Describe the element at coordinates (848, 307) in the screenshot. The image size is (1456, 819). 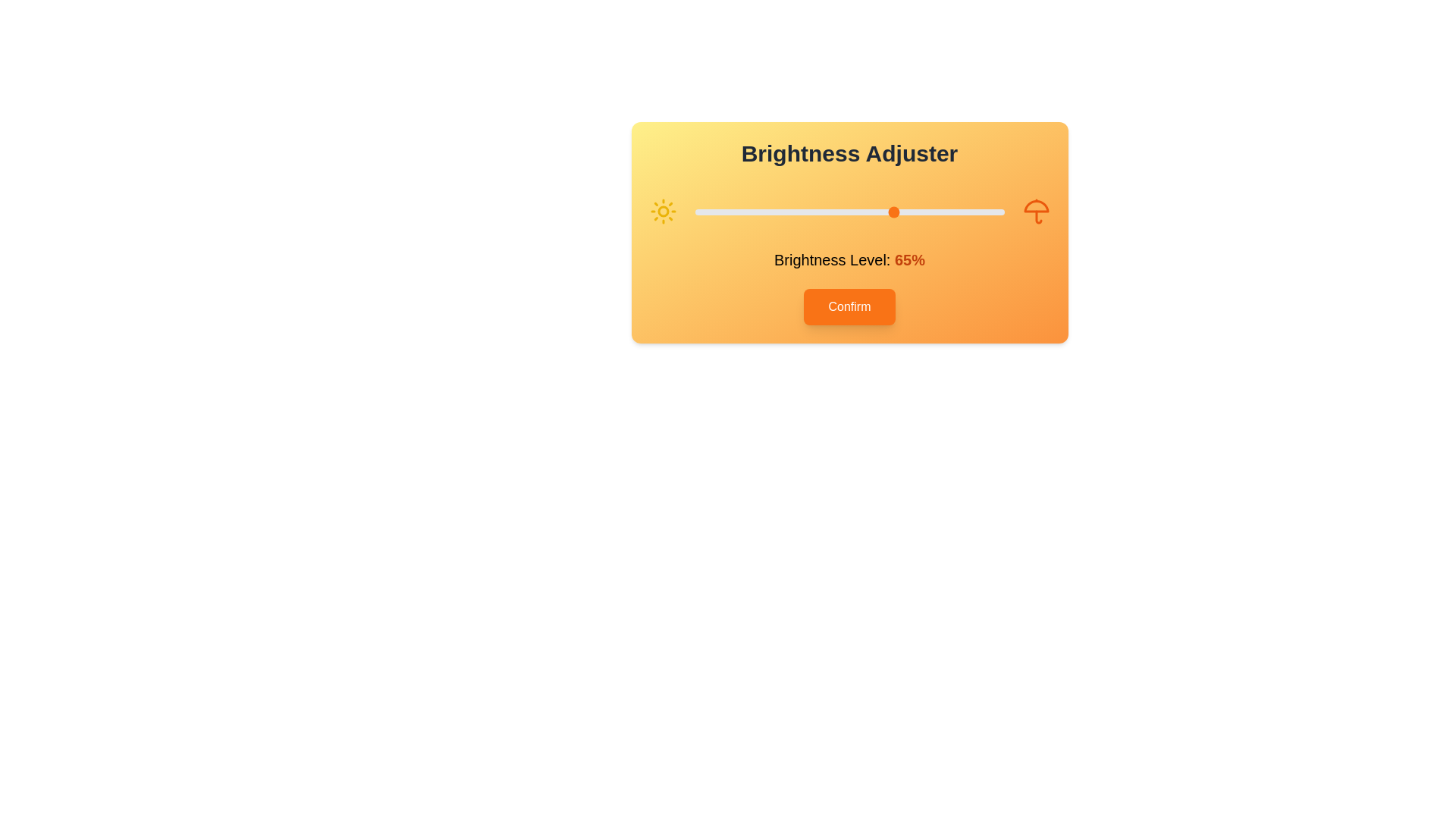
I see `the confirm button to confirm the brightness setting` at that location.